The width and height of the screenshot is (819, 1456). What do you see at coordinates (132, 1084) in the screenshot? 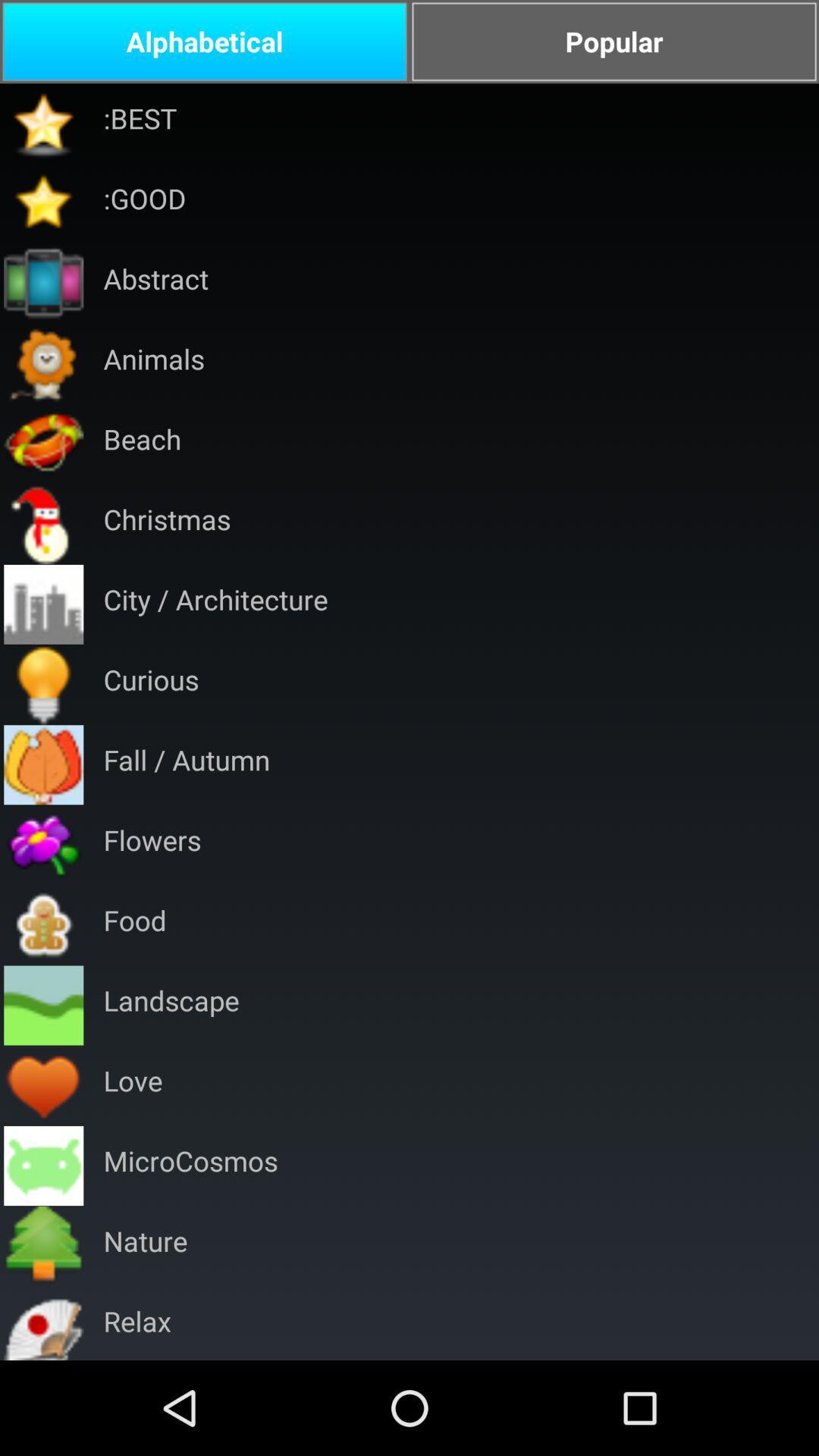
I see `the love app` at bounding box center [132, 1084].